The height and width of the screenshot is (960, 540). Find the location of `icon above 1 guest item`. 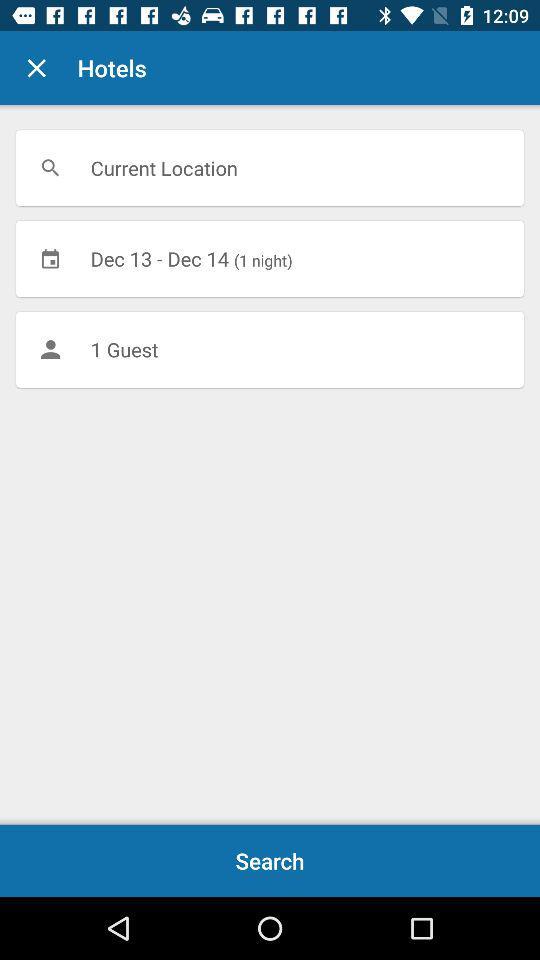

icon above 1 guest item is located at coordinates (270, 257).